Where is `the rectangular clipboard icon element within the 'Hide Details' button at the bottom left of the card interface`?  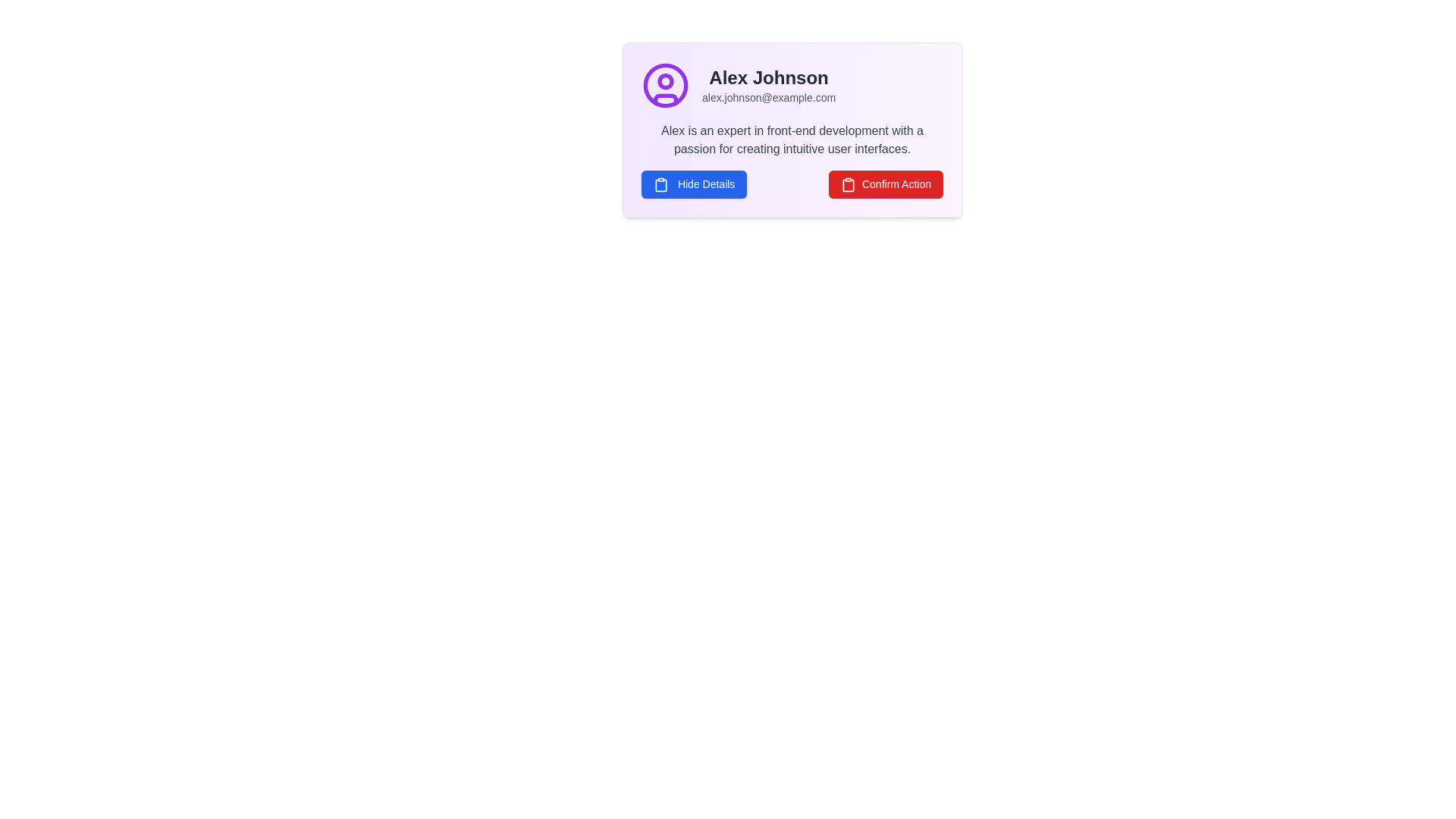
the rectangular clipboard icon element within the 'Hide Details' button at the bottom left of the card interface is located at coordinates (661, 185).